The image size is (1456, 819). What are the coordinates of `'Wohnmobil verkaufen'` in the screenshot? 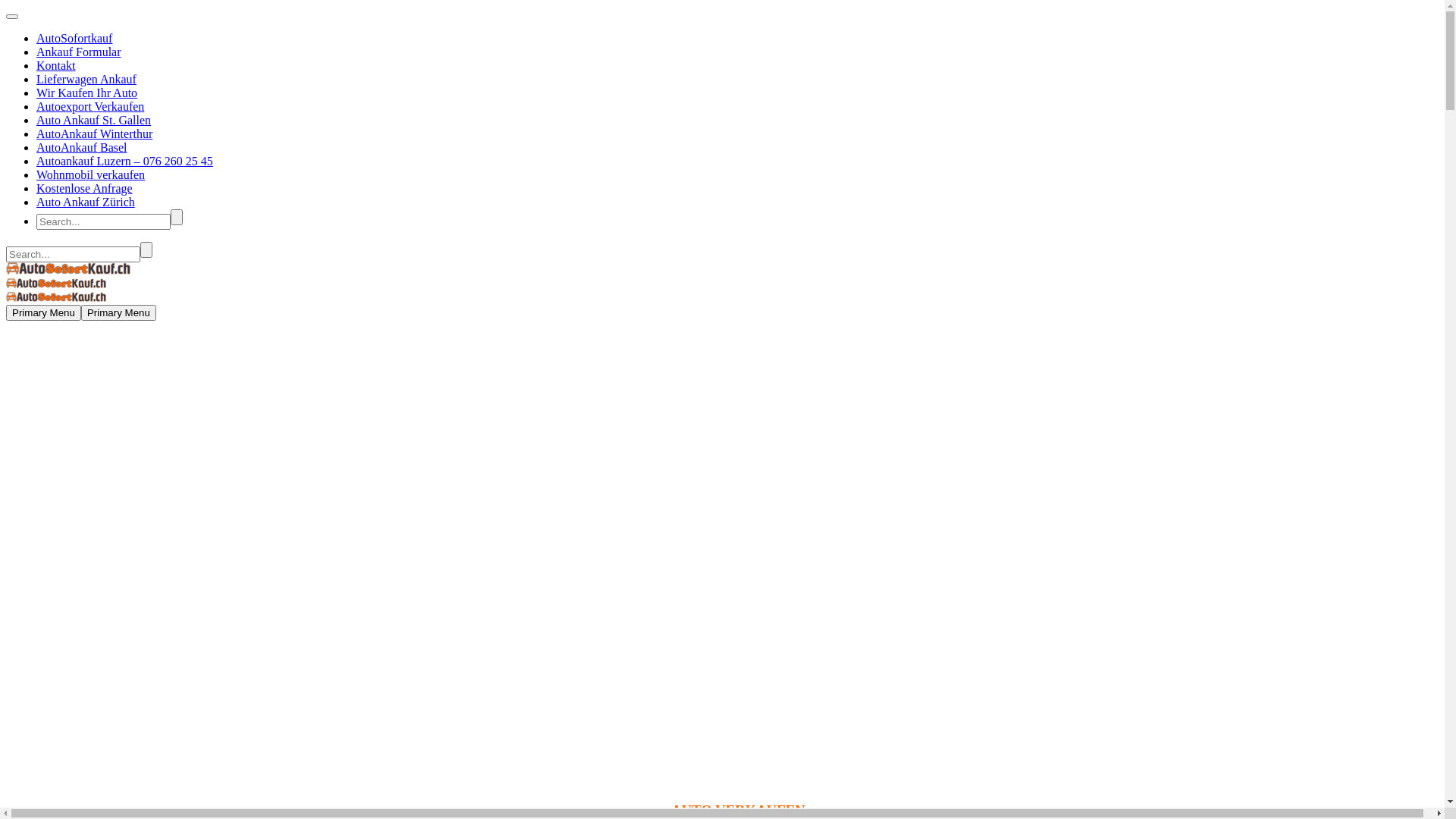 It's located at (89, 174).